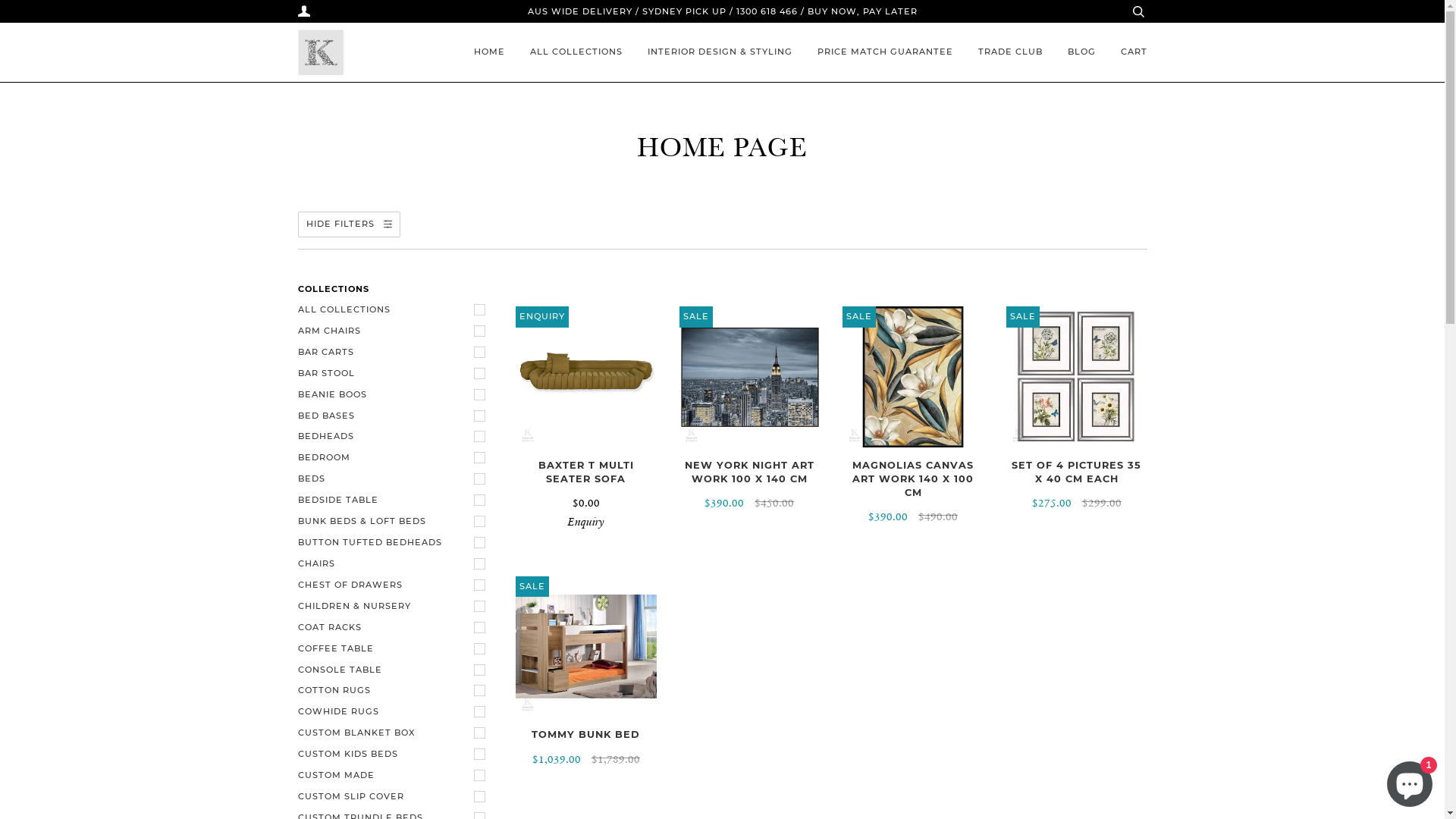 This screenshot has height=819, width=1456. What do you see at coordinates (297, 224) in the screenshot?
I see `'HIDE FILTERS'` at bounding box center [297, 224].